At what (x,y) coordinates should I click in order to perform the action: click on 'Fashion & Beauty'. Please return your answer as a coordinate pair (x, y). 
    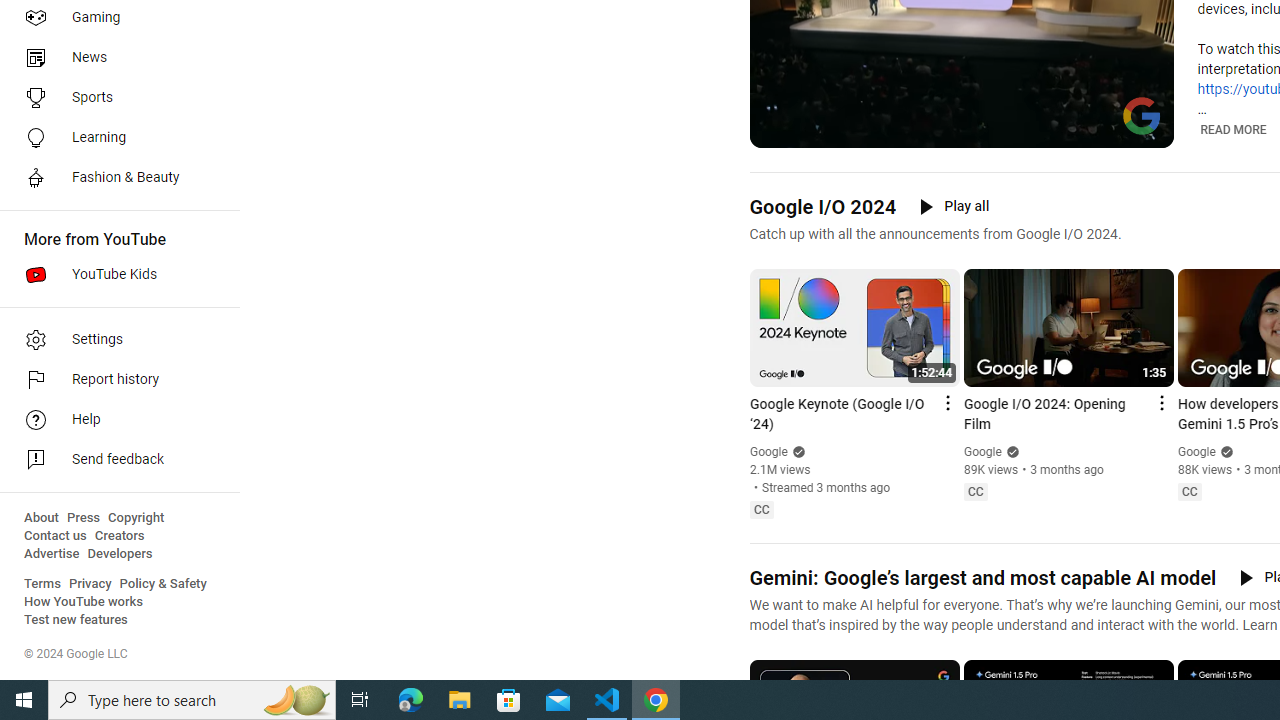
    Looking at the image, I should click on (112, 176).